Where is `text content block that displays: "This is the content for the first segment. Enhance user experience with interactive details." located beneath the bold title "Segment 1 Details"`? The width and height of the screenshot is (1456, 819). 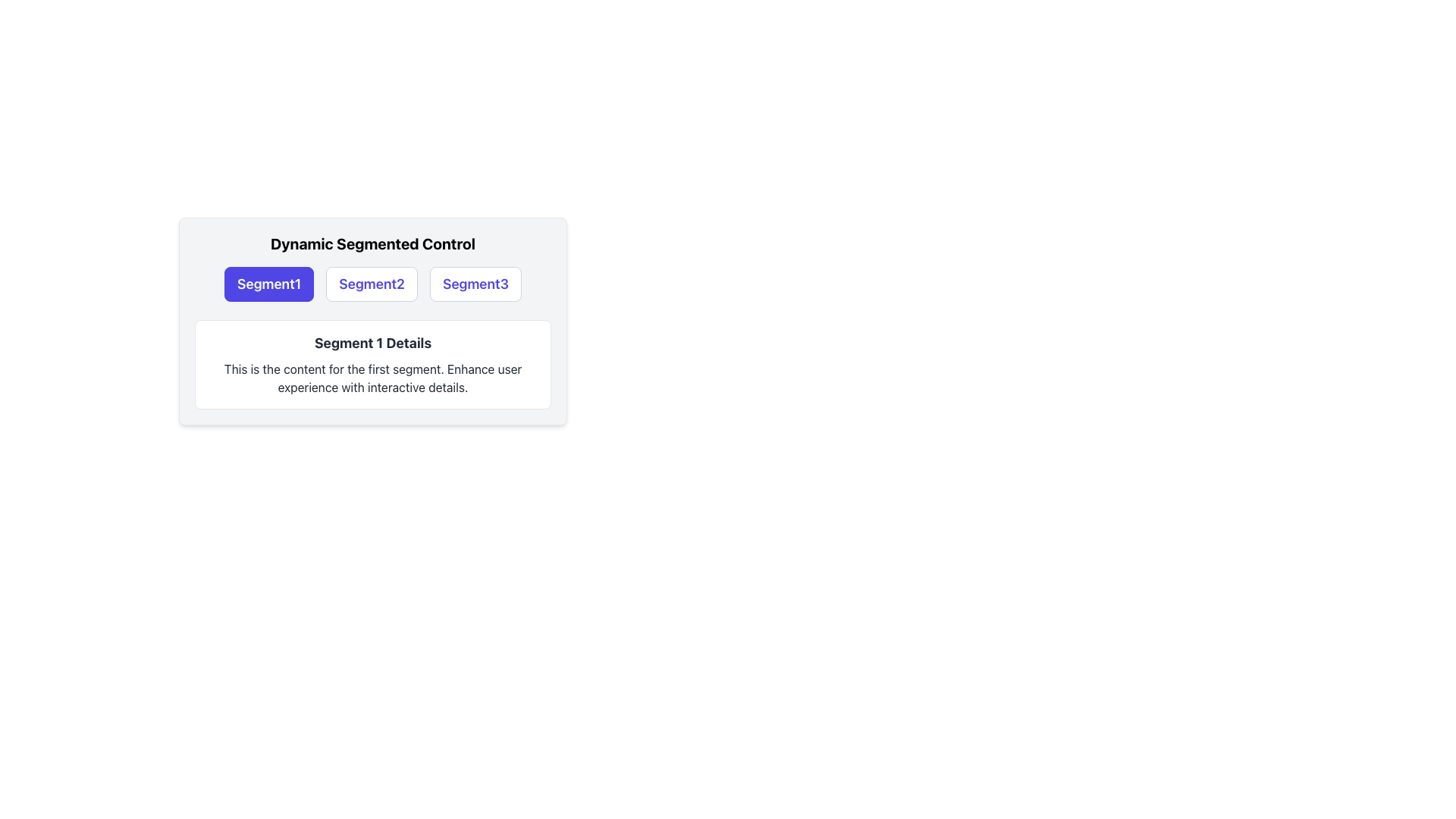
text content block that displays: "This is the content for the first segment. Enhance user experience with interactive details." located beneath the bold title "Segment 1 Details" is located at coordinates (372, 377).